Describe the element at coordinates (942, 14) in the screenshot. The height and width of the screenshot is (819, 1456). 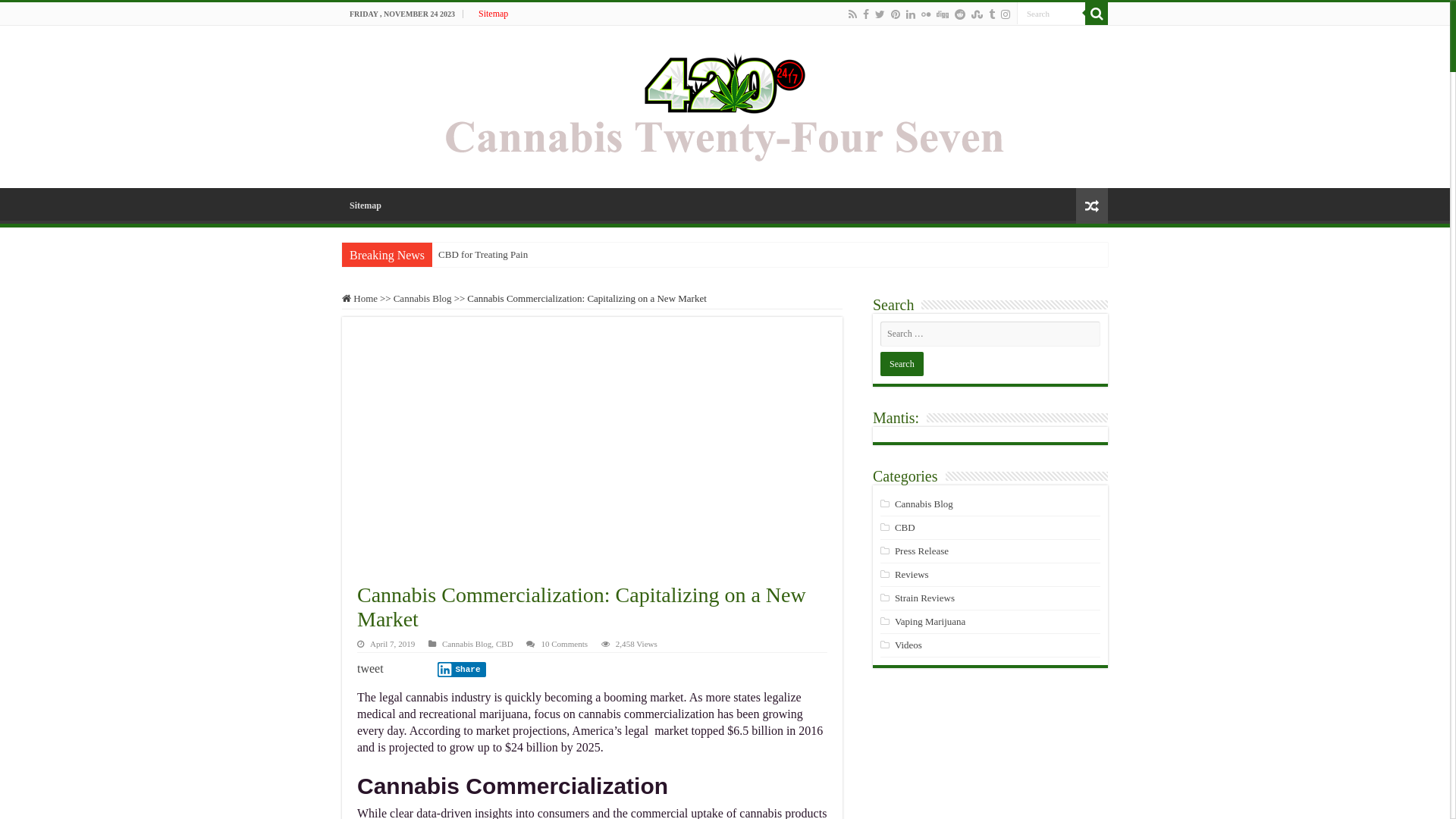
I see `'Digg'` at that location.